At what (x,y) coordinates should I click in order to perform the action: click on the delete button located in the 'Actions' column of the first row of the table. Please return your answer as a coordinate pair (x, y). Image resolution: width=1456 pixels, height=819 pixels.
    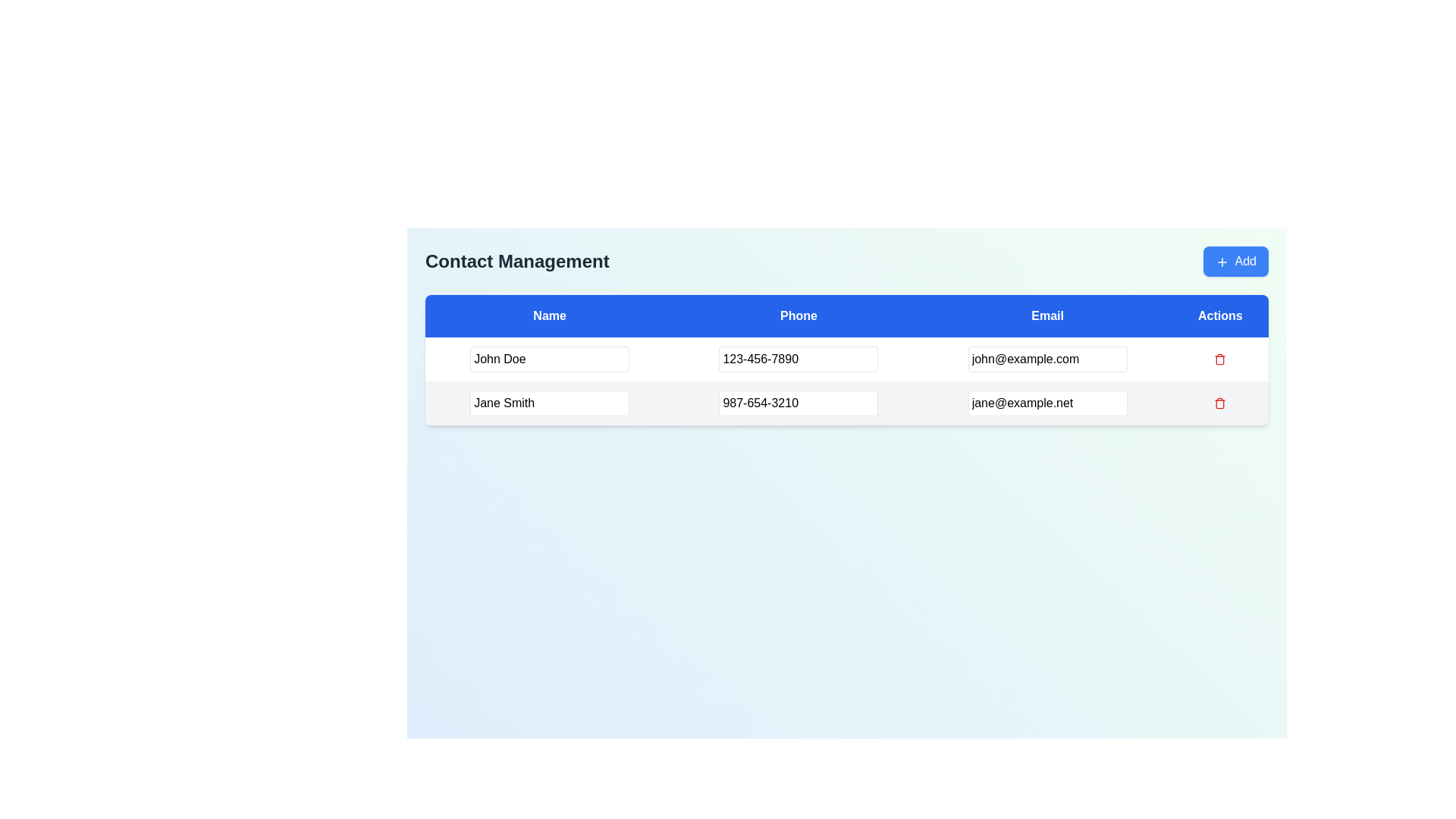
    Looking at the image, I should click on (1220, 359).